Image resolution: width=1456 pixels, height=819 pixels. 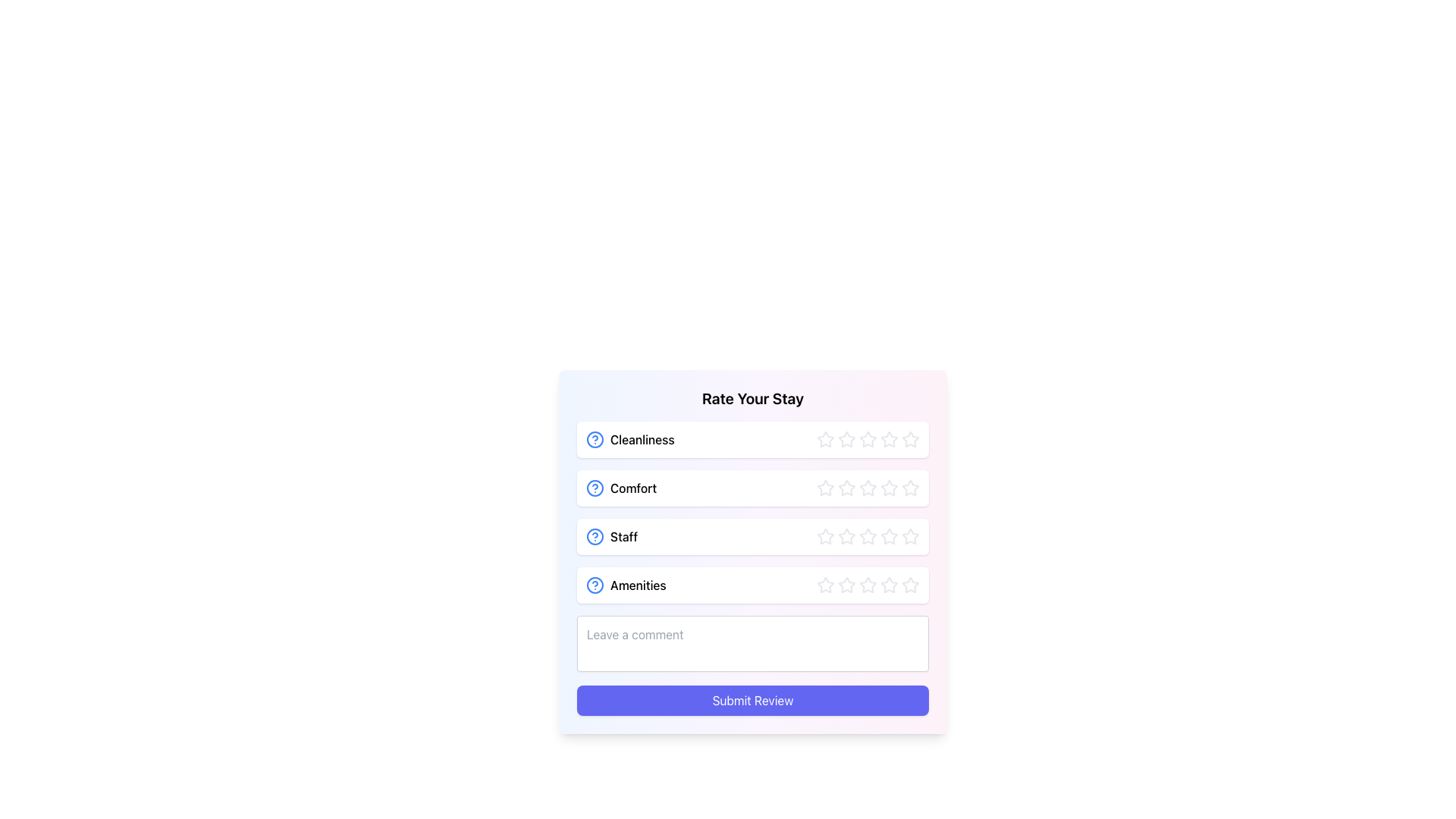 What do you see at coordinates (825, 439) in the screenshot?
I see `from the first star icon (hollow outline, light gray color) under the 'Cleanliness' label` at bounding box center [825, 439].